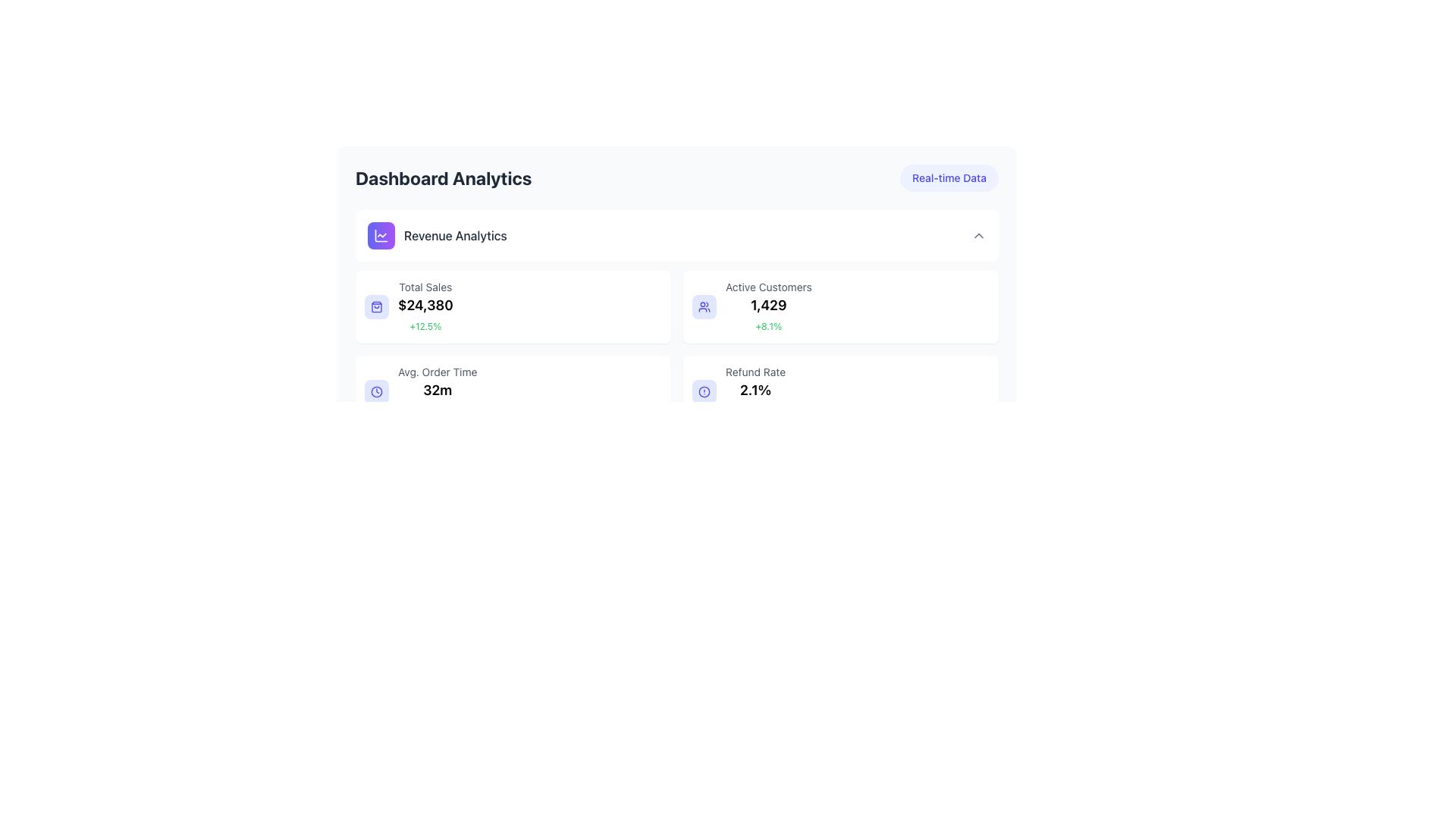 Image resolution: width=1456 pixels, height=819 pixels. Describe the element at coordinates (704, 391) in the screenshot. I see `the circular graphic element that forms a ring at the center of the 'Refund Rate' section in the analytic dashboard` at that location.